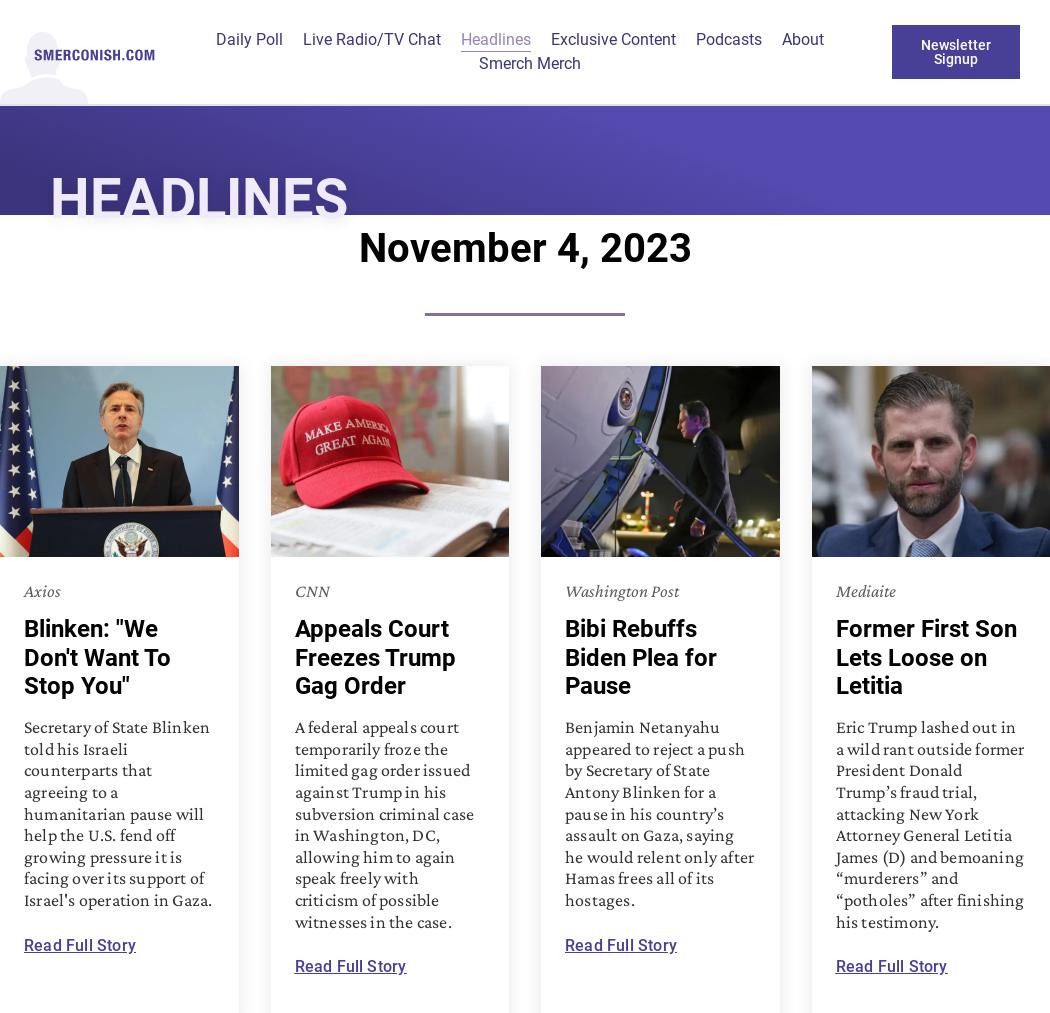 The height and width of the screenshot is (1013, 1050). I want to click on 'November 4, 2023', so click(523, 247).